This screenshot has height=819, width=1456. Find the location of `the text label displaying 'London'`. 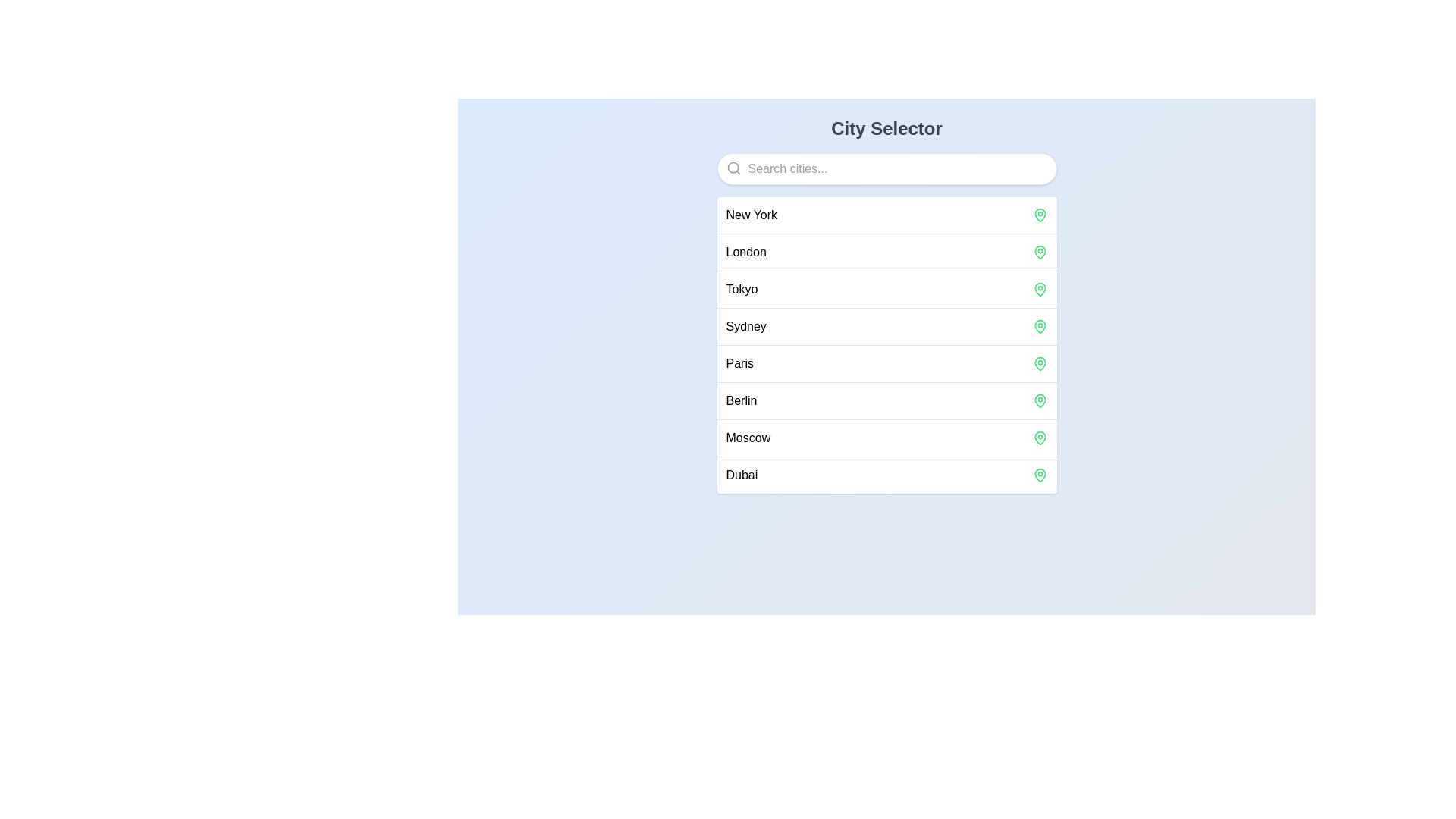

the text label displaying 'London' is located at coordinates (746, 251).